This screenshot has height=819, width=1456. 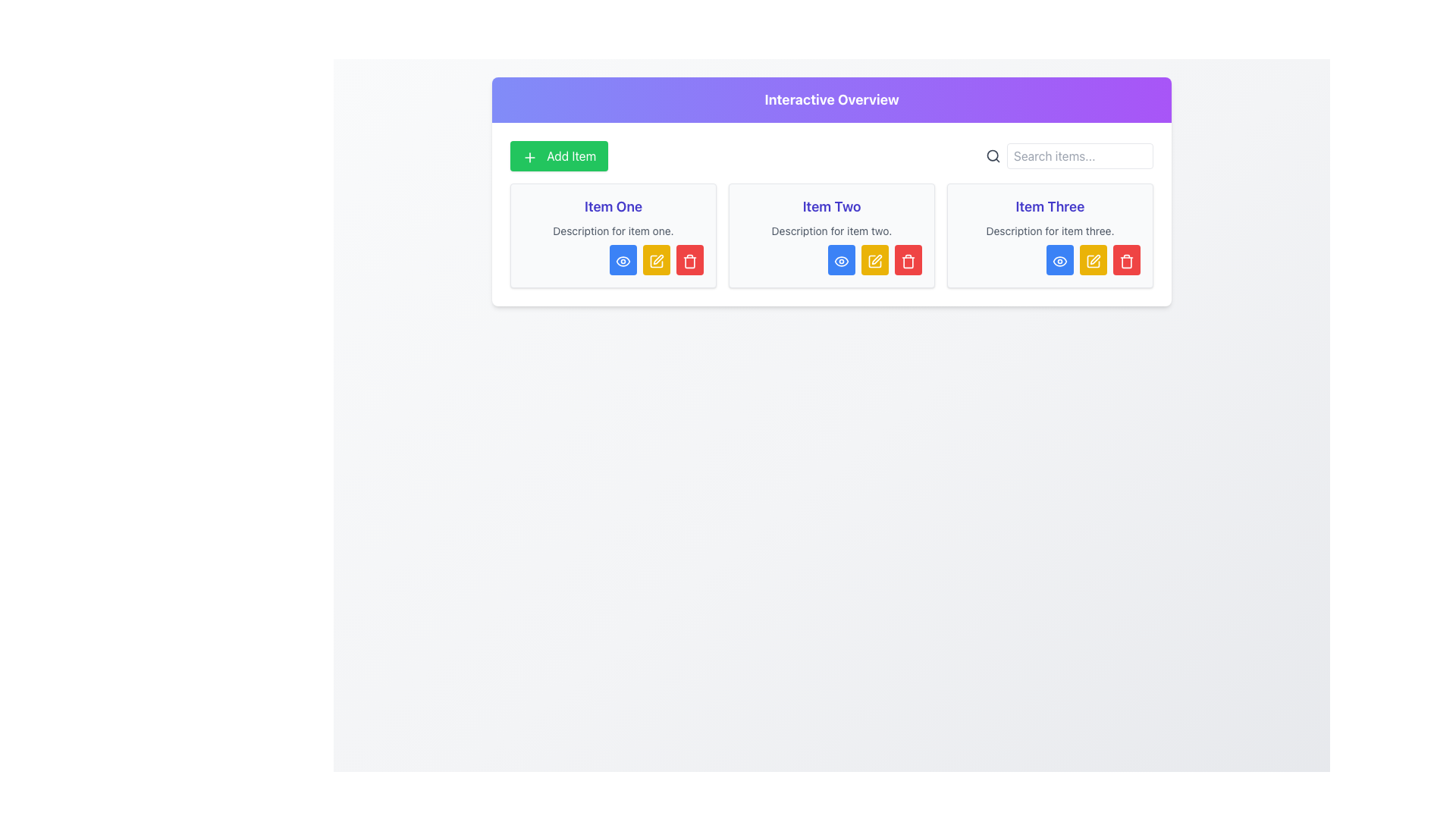 I want to click on the blue icon button resembling an eye located under 'Item Two', so click(x=840, y=259).